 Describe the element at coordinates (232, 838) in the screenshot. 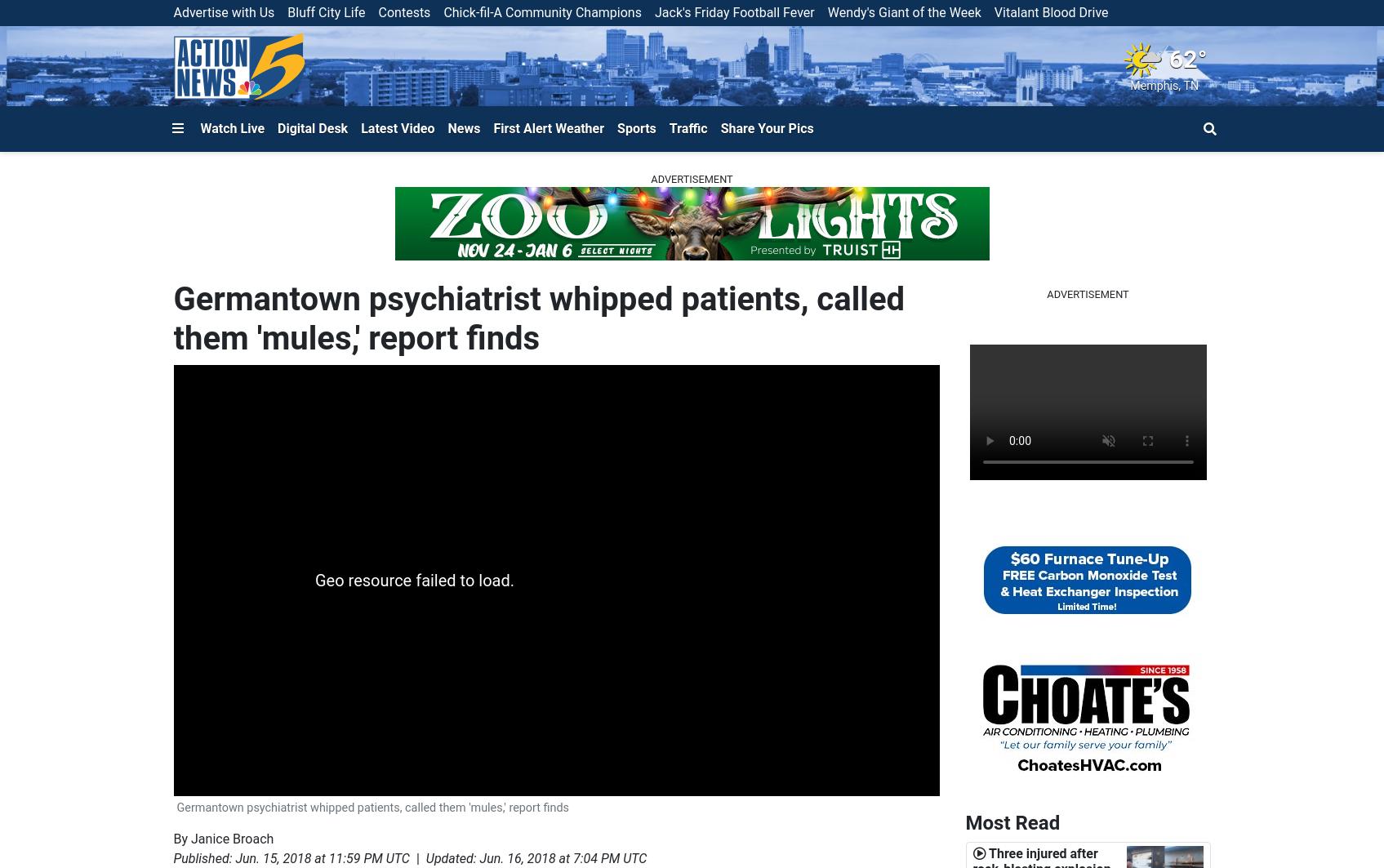

I see `'Janice Broach'` at that location.